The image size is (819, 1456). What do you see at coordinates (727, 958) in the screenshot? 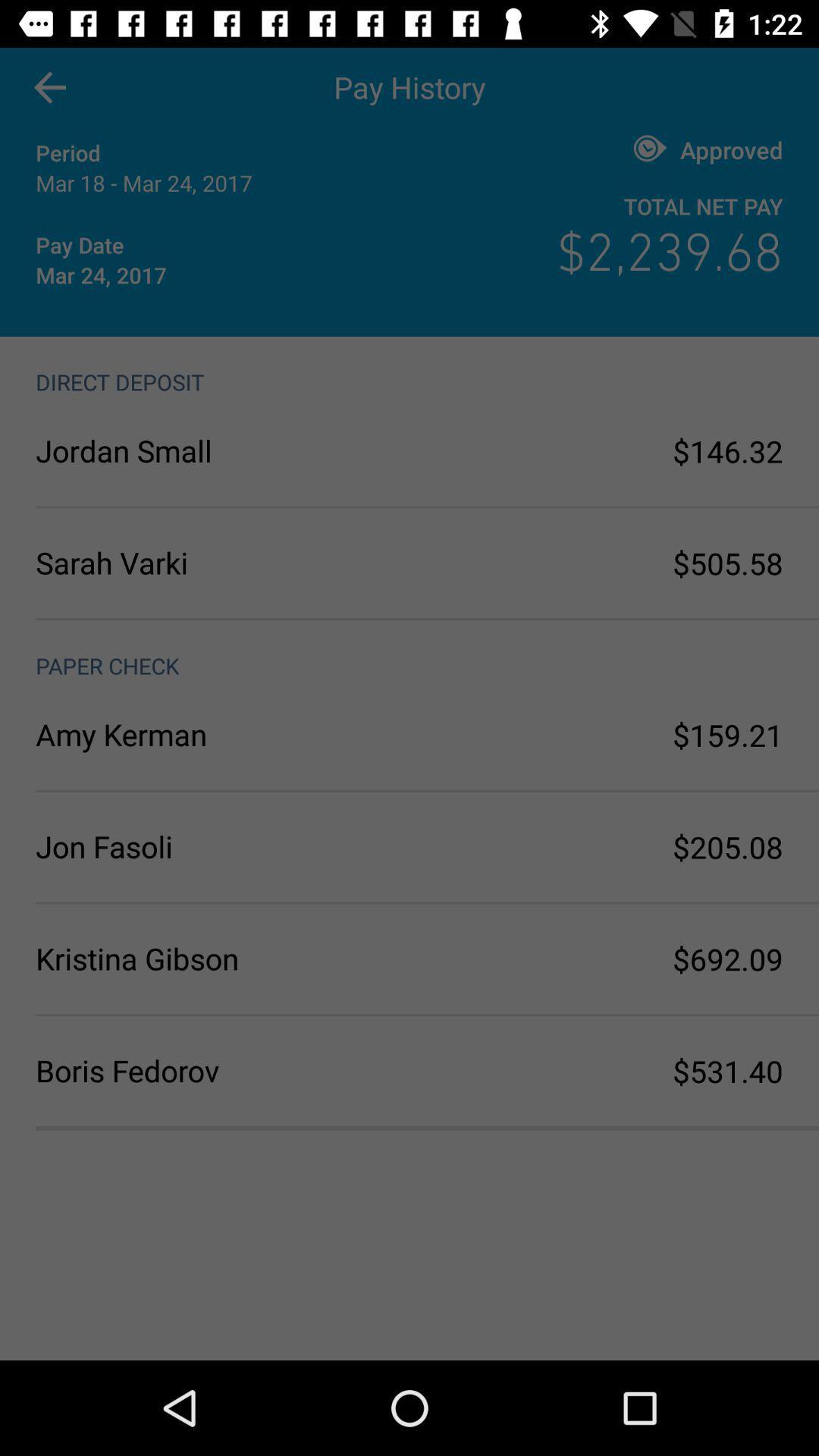
I see `item above the $531.40 item` at bounding box center [727, 958].